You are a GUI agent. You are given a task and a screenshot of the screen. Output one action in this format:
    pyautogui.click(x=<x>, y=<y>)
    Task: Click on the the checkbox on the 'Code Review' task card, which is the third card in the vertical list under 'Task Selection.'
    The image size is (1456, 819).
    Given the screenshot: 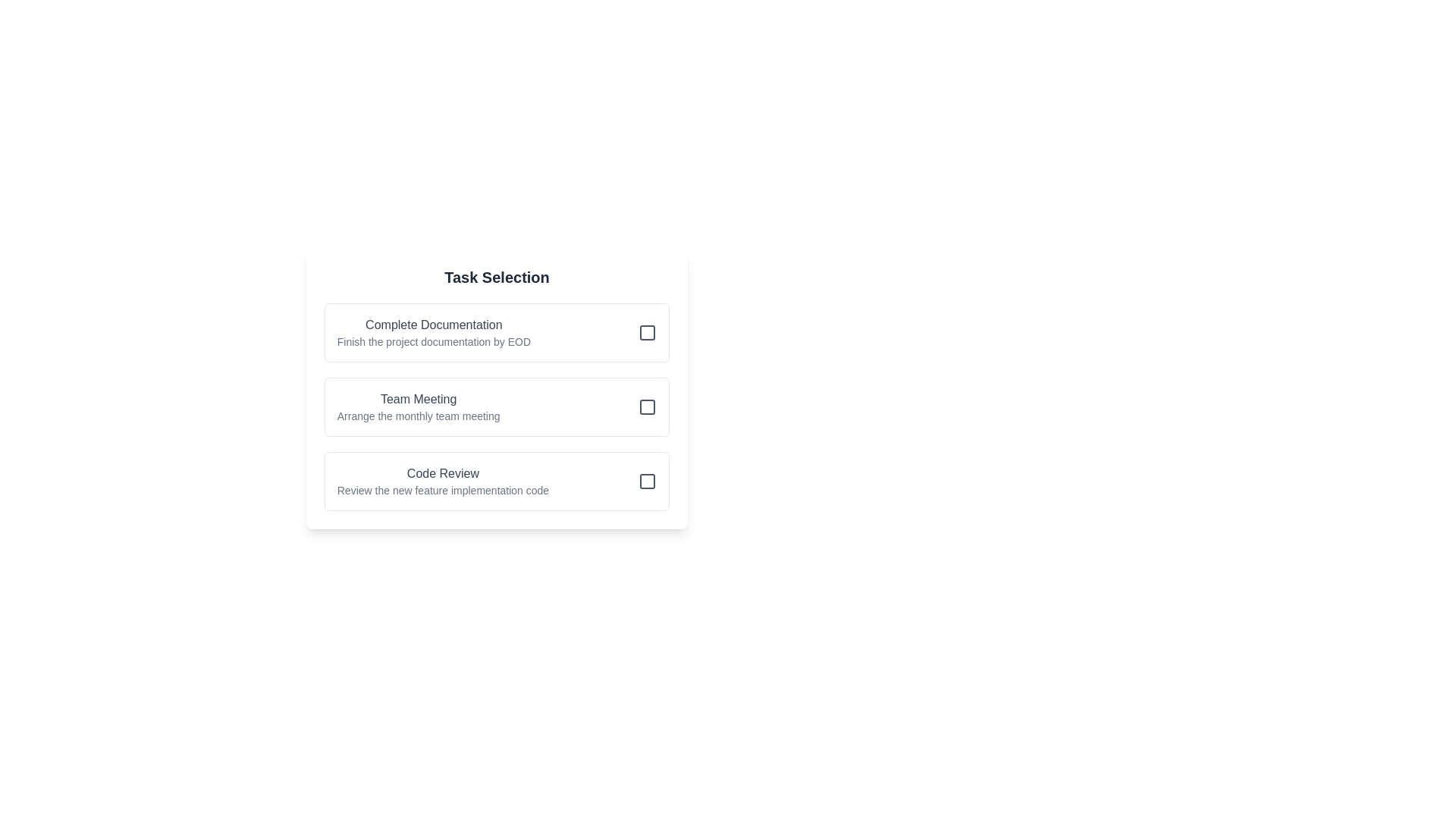 What is the action you would take?
    pyautogui.click(x=497, y=482)
    